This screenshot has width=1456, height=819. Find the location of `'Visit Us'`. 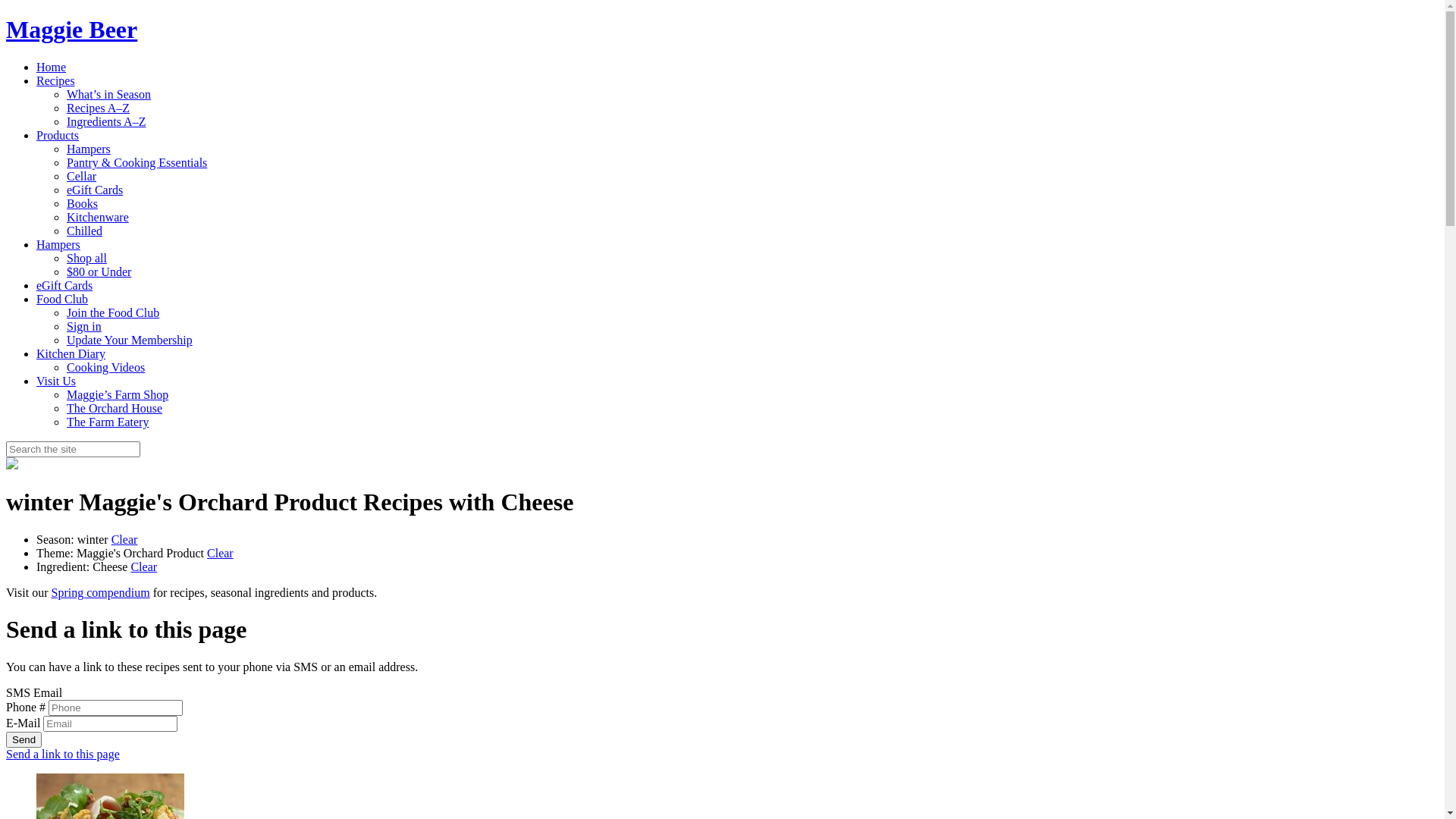

'Visit Us' is located at coordinates (55, 380).